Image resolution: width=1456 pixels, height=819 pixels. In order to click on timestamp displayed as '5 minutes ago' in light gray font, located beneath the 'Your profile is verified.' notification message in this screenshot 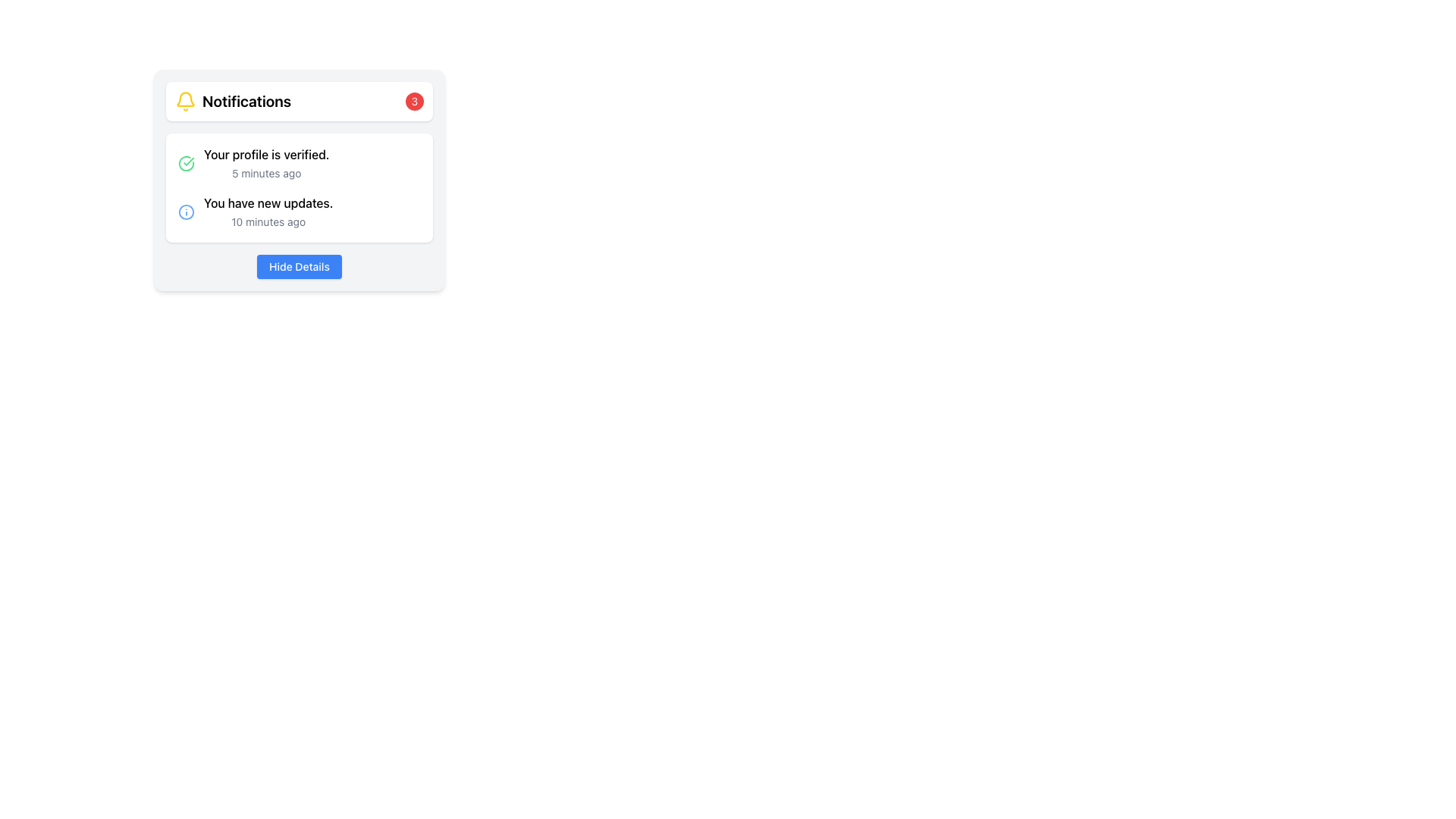, I will do `click(266, 172)`.